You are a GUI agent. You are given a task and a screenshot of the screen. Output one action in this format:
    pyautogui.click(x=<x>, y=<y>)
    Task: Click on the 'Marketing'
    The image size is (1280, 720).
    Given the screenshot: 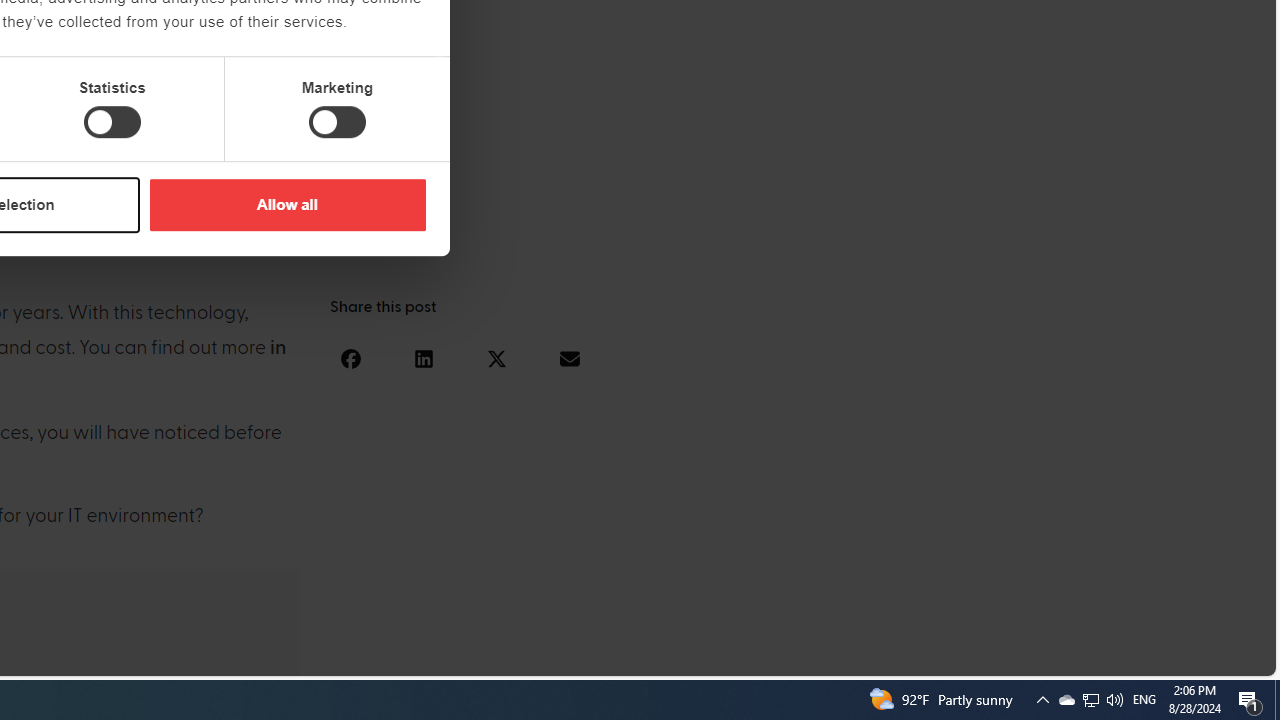 What is the action you would take?
    pyautogui.click(x=337, y=122)
    